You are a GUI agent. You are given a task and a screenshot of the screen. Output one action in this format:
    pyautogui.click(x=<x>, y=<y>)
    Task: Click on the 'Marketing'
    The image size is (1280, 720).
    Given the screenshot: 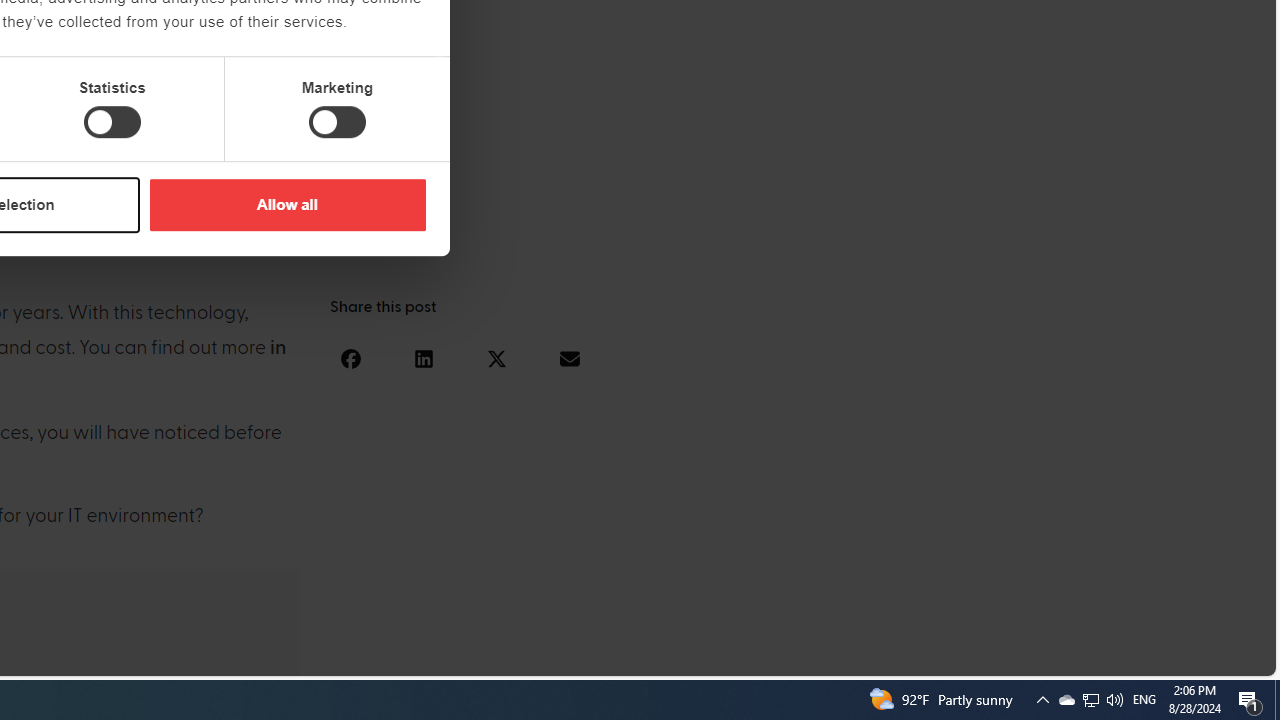 What is the action you would take?
    pyautogui.click(x=337, y=122)
    